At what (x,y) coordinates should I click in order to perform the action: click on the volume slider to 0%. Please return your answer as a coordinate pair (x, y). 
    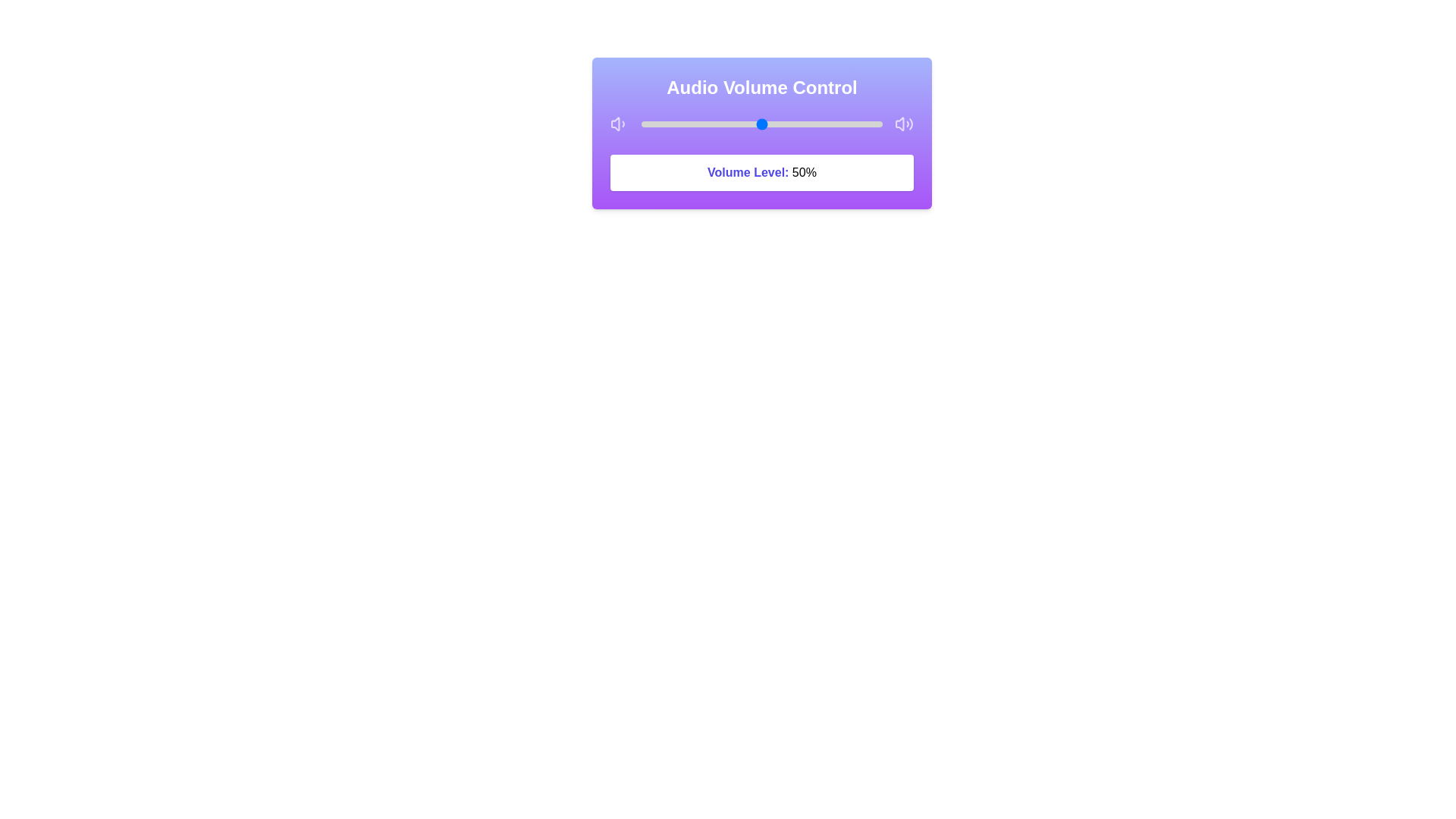
    Looking at the image, I should click on (642, 124).